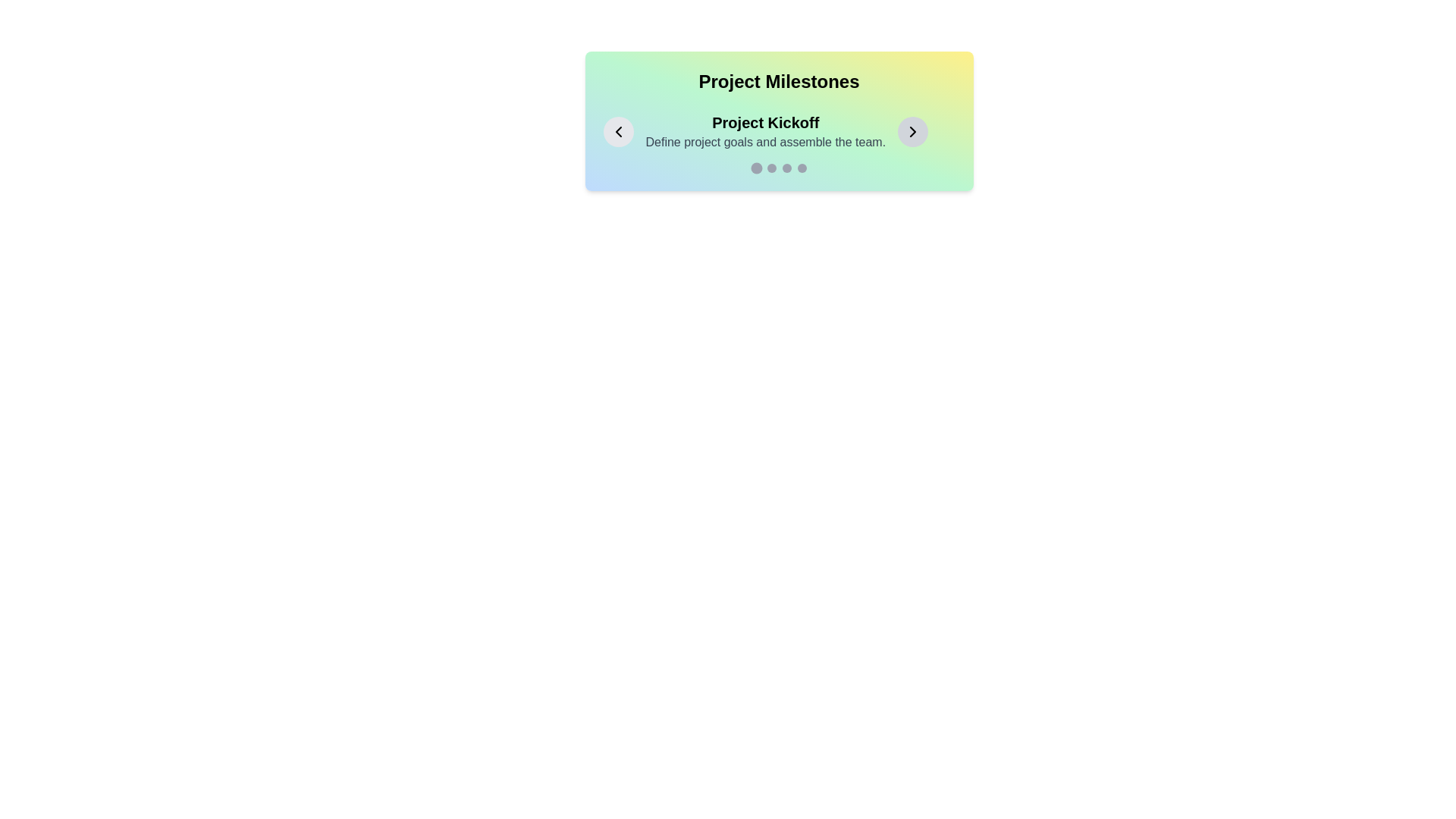  What do you see at coordinates (618, 130) in the screenshot?
I see `the navigation button icon located on the left side of the 'Project Milestones' component` at bounding box center [618, 130].